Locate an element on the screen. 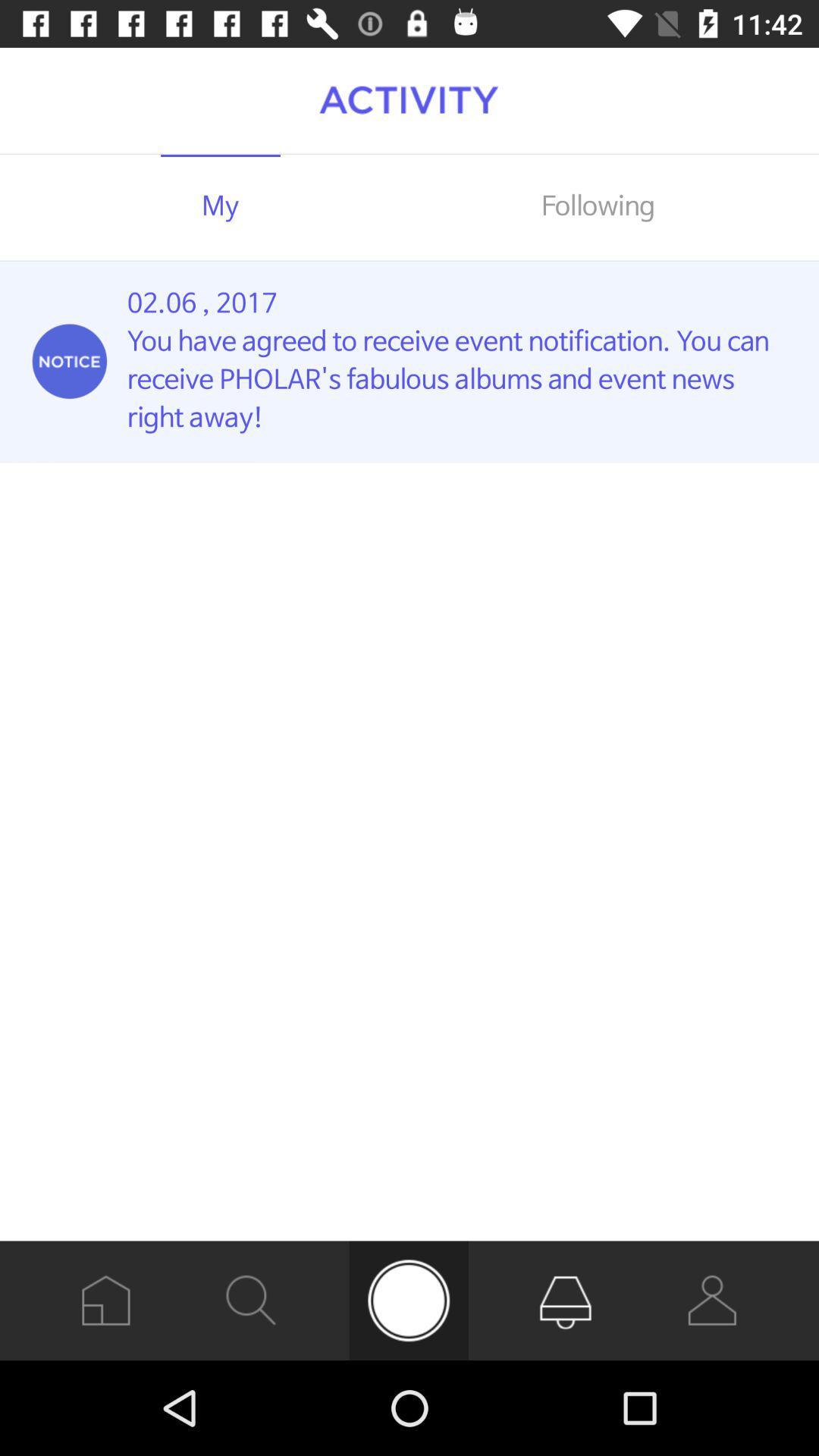  the avatar icon is located at coordinates (712, 1299).